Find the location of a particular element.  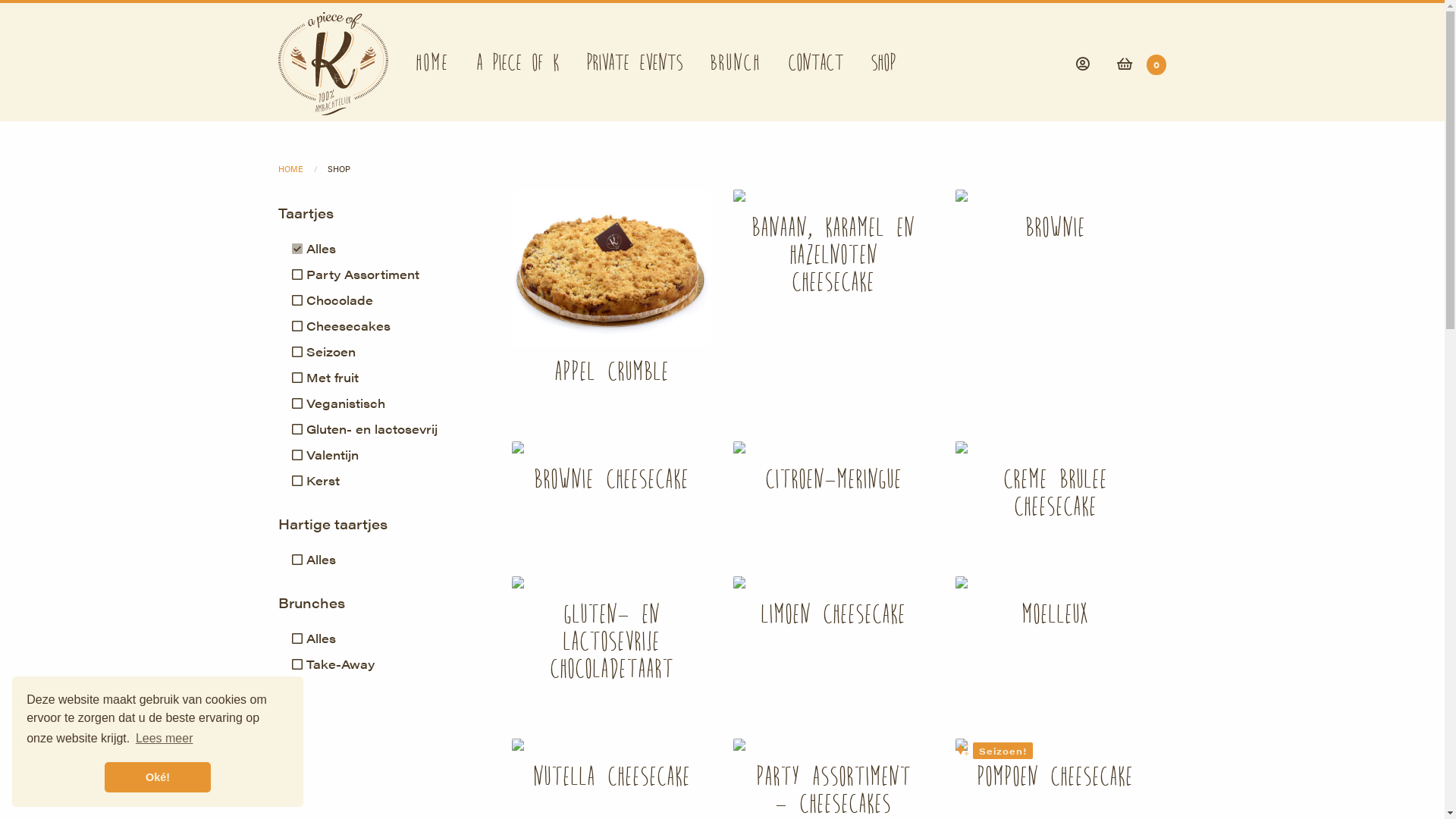

'Veganistisch' is located at coordinates (389, 403).